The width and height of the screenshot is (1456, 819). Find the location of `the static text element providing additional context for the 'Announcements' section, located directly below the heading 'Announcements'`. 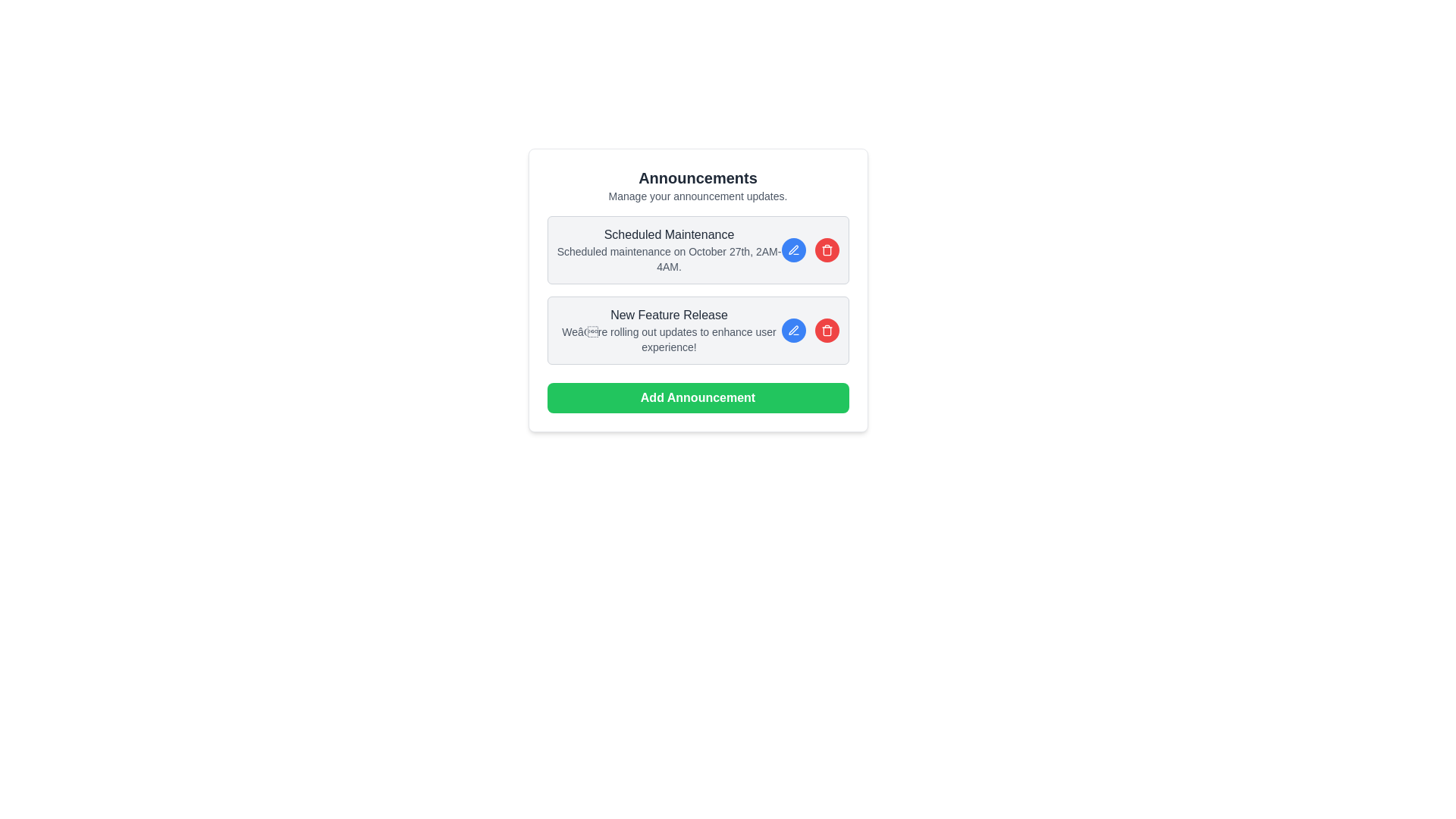

the static text element providing additional context for the 'Announcements' section, located directly below the heading 'Announcements' is located at coordinates (697, 195).